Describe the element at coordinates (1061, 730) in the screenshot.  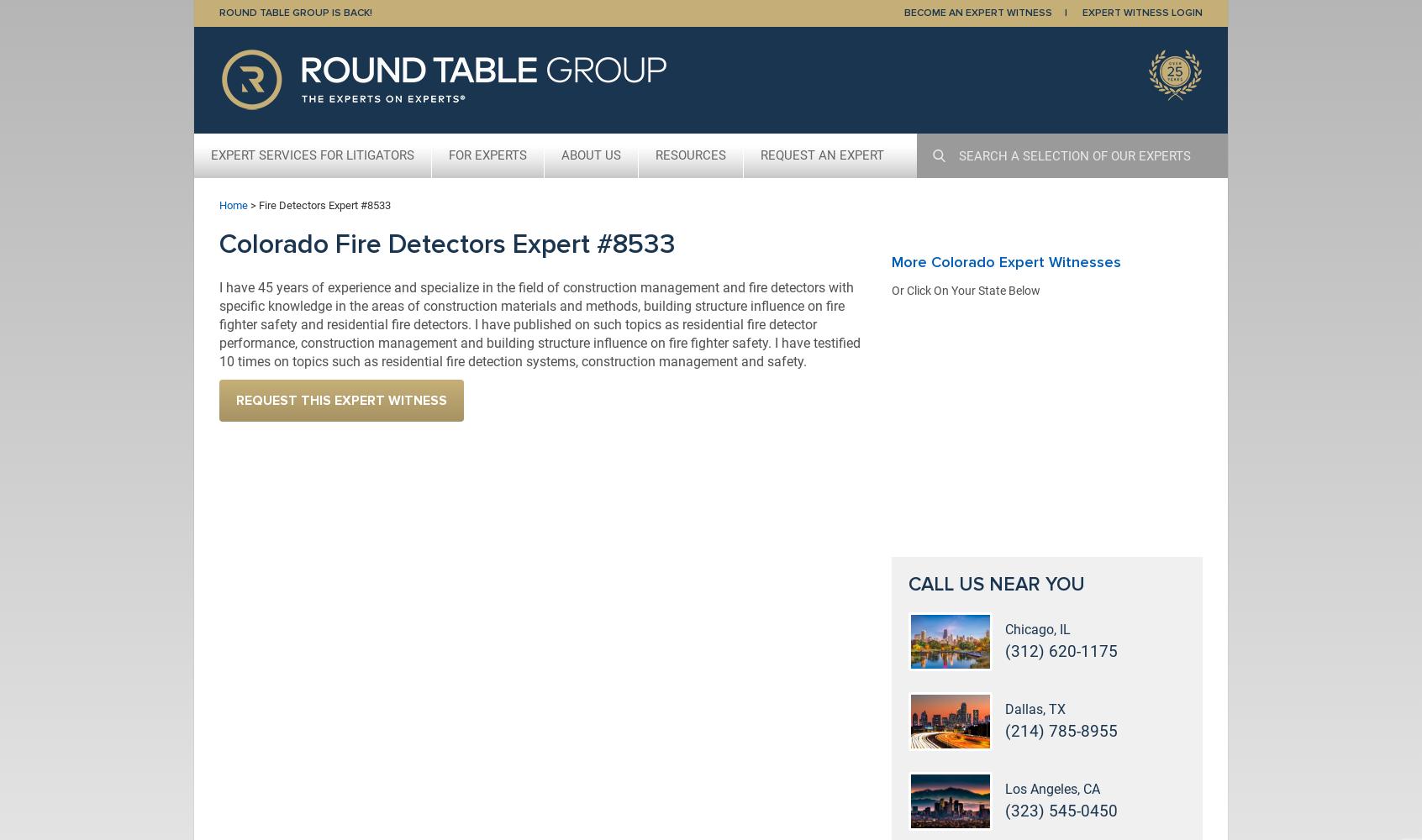
I see `'(214) 785-8955'` at that location.